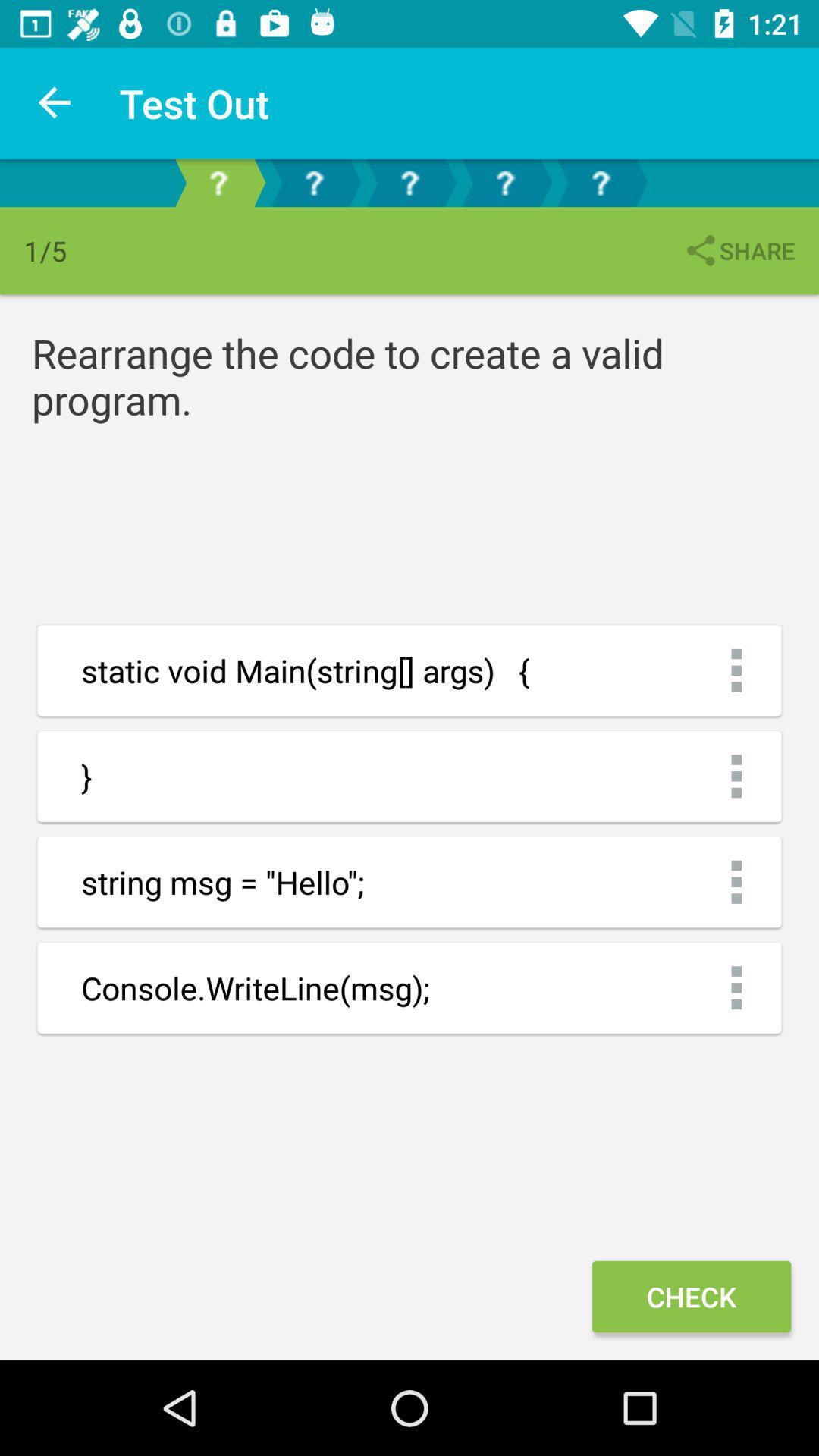 This screenshot has width=819, height=1456. What do you see at coordinates (738, 250) in the screenshot?
I see `the share item` at bounding box center [738, 250].